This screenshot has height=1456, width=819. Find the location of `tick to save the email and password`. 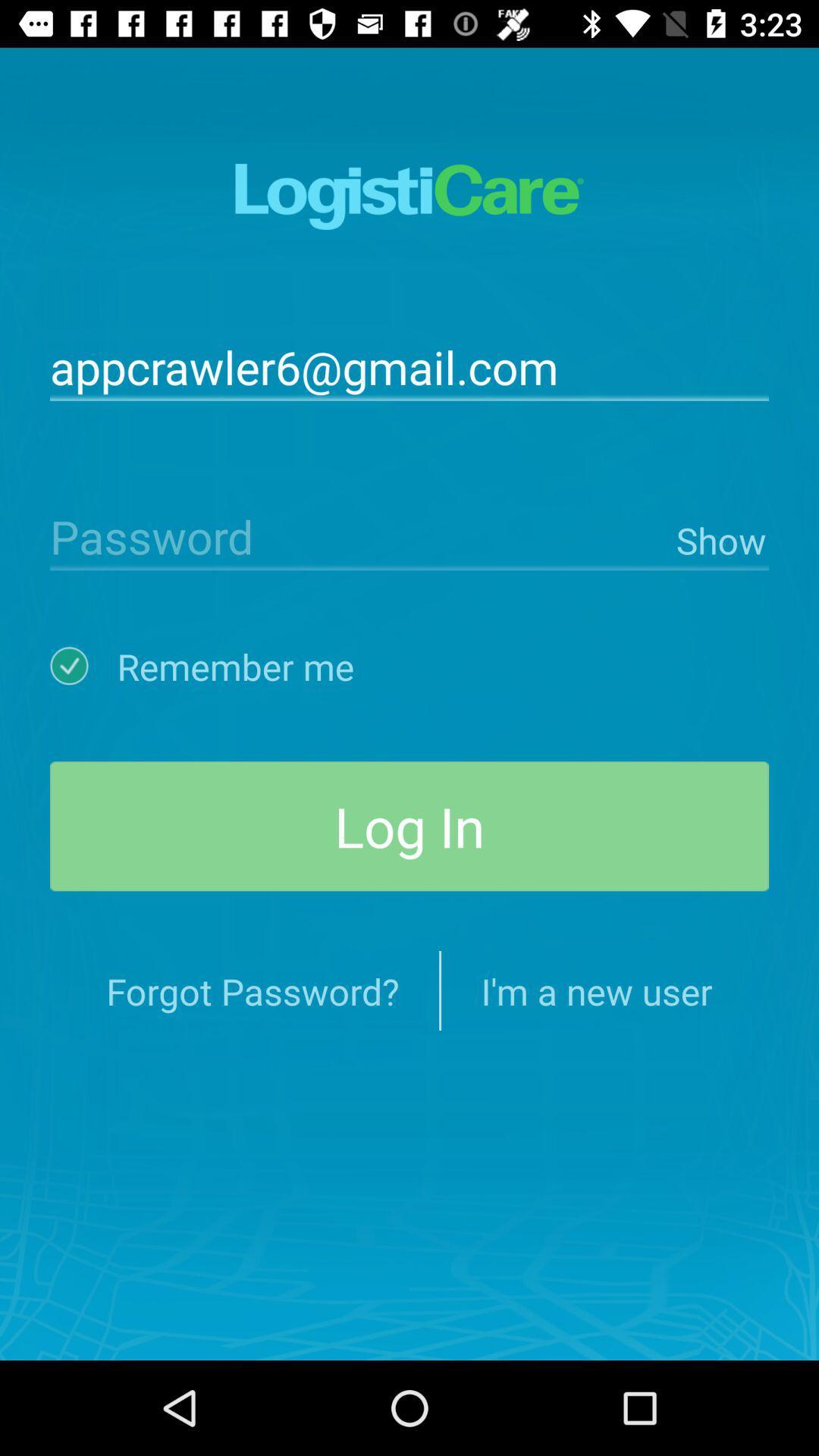

tick to save the email and password is located at coordinates (83, 666).